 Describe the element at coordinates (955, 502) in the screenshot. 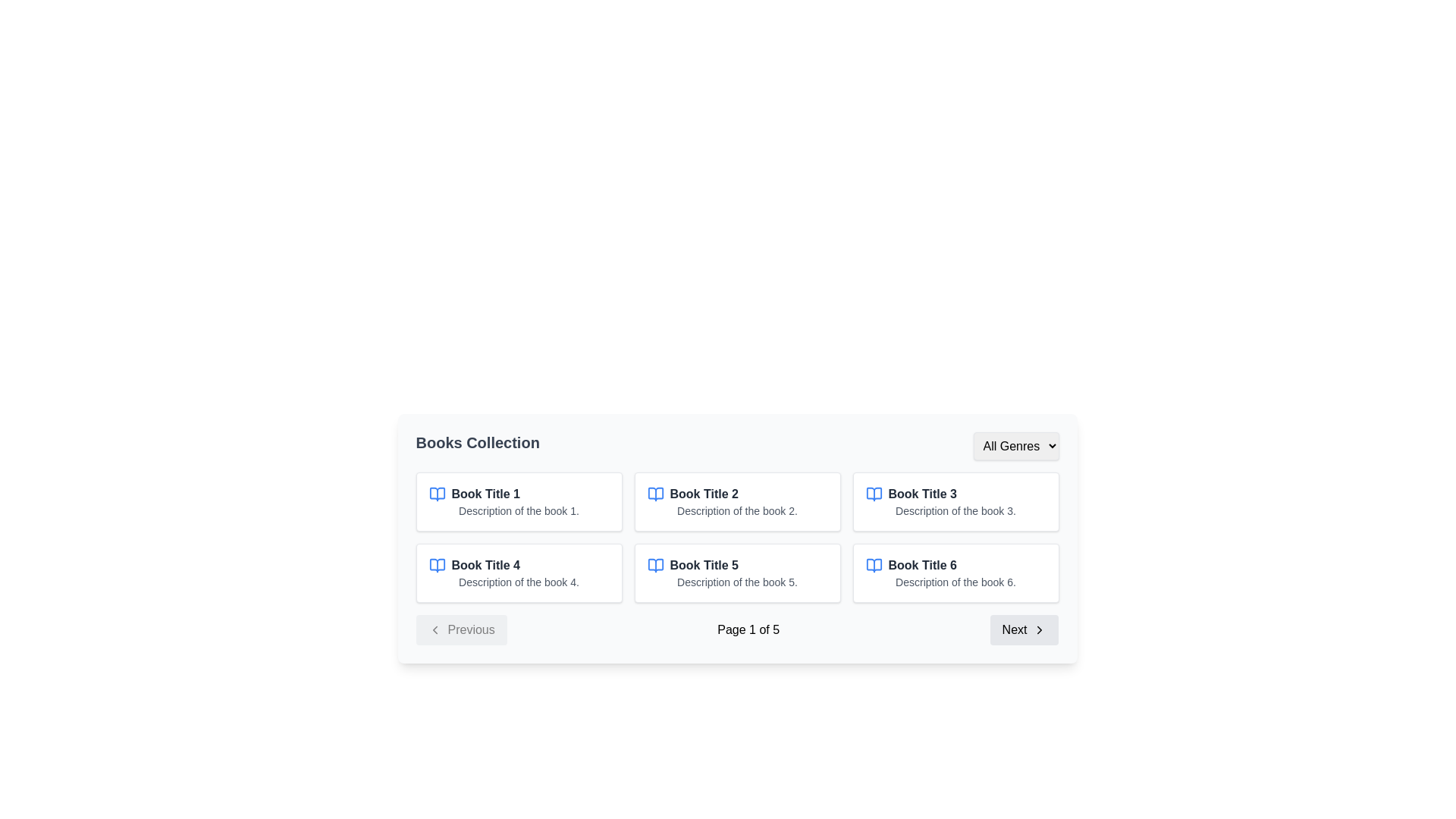

I see `the book summary card located in the first row, third column of the 'Books Collection' grid` at that location.